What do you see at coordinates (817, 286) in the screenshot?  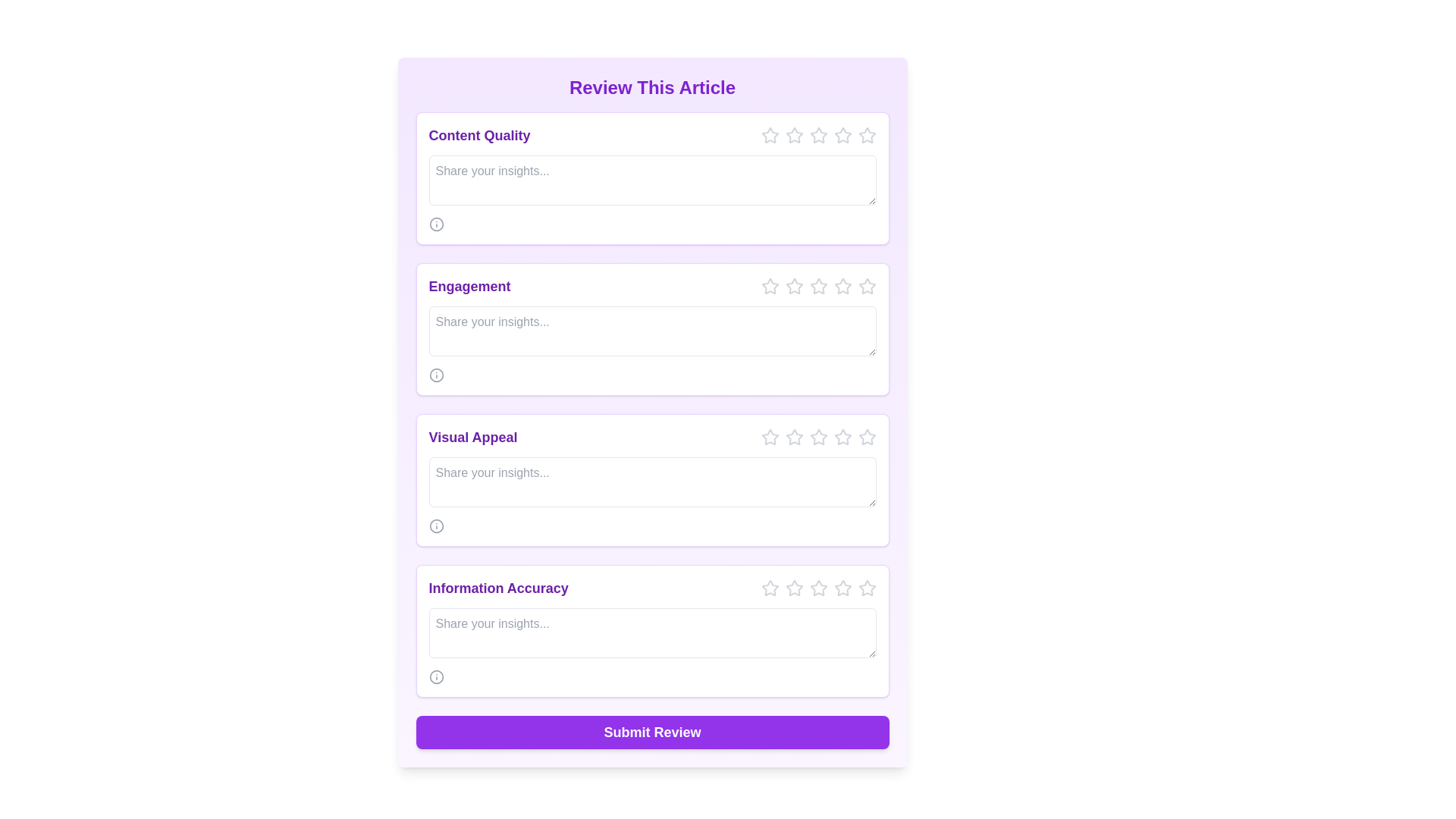 I see `the fourth star icon in the engagement section` at bounding box center [817, 286].